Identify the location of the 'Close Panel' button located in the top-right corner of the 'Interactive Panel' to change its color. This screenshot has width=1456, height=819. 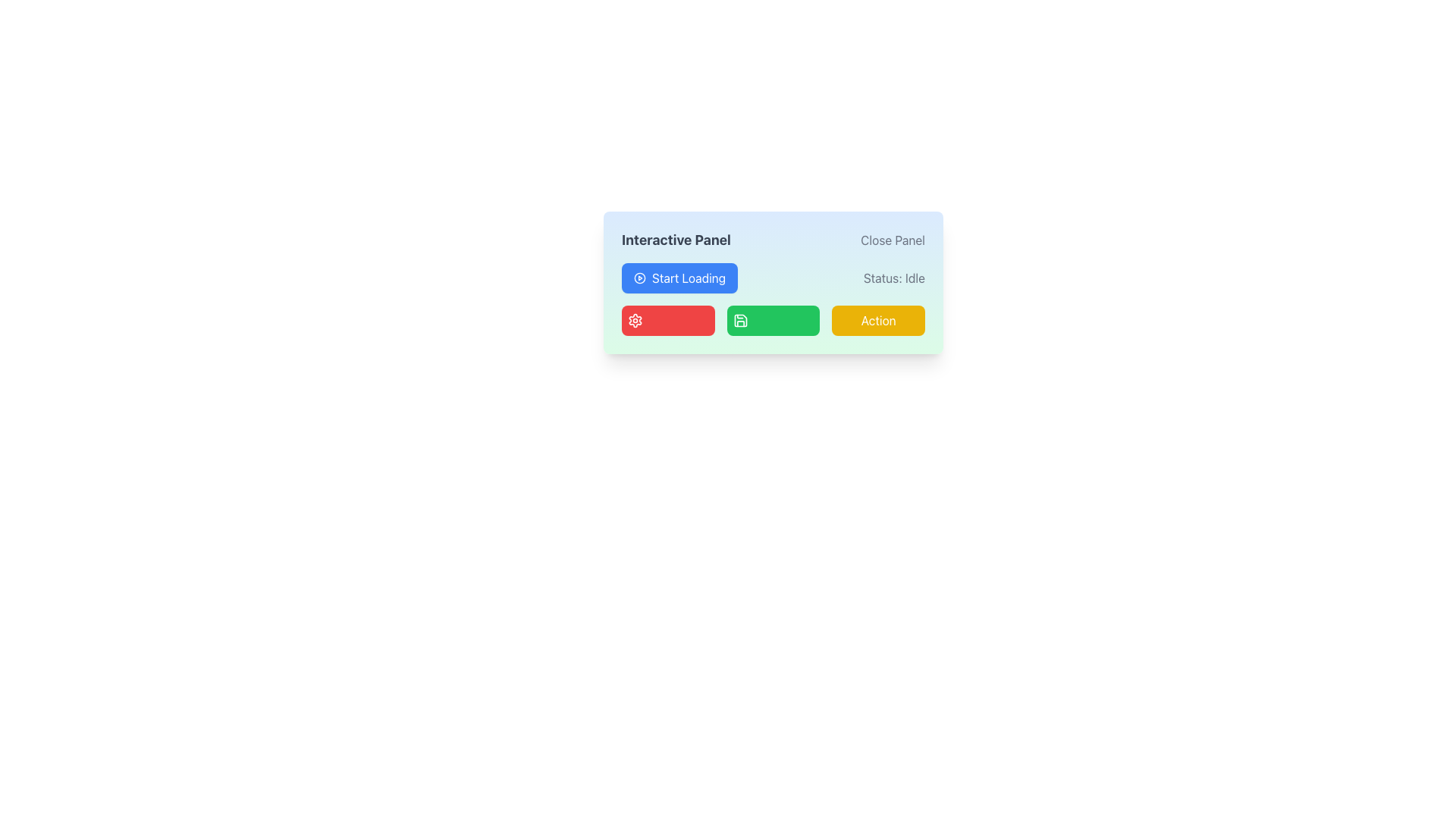
(893, 239).